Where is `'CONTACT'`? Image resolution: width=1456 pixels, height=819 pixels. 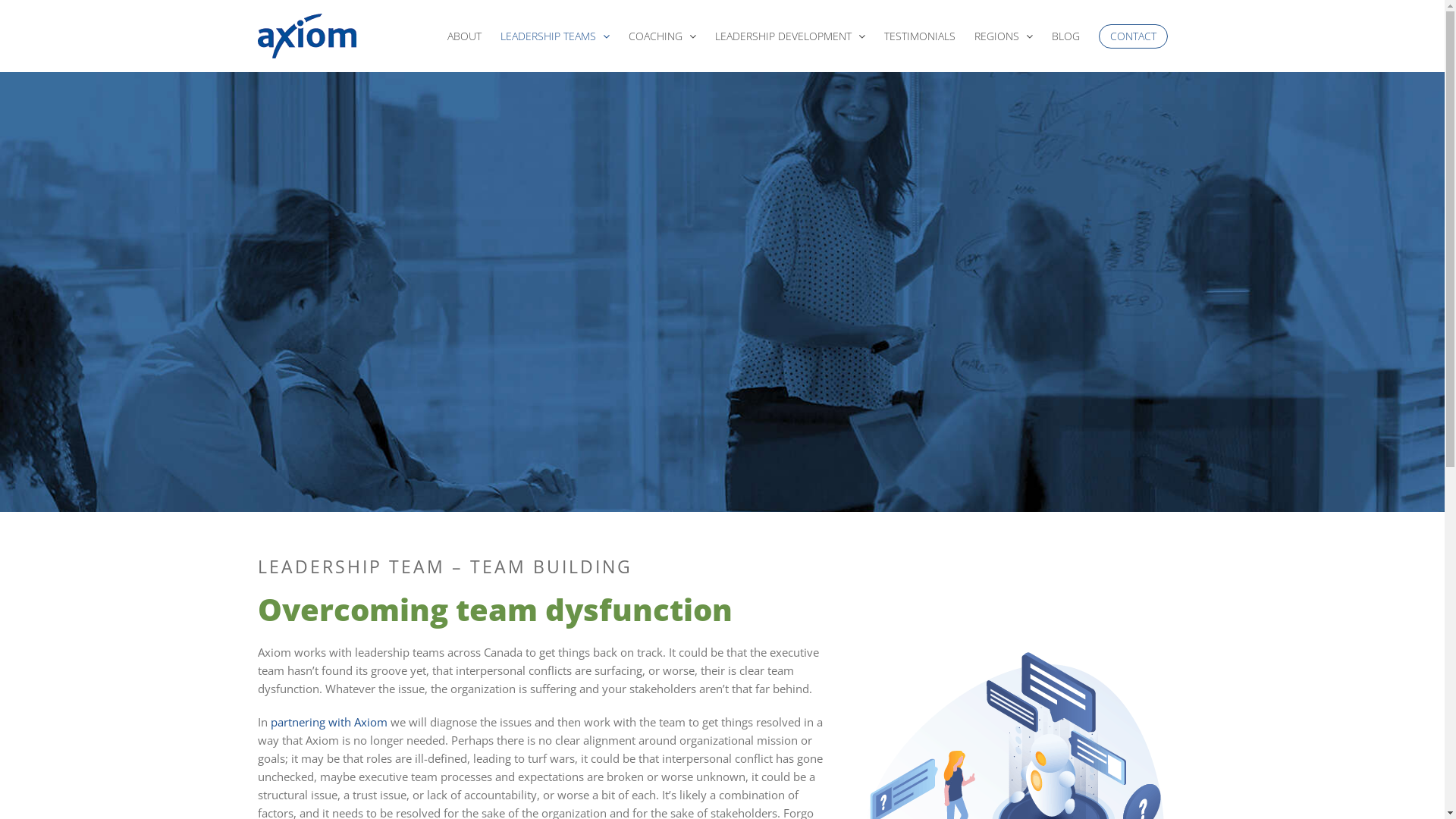
'CONTACT' is located at coordinates (1133, 35).